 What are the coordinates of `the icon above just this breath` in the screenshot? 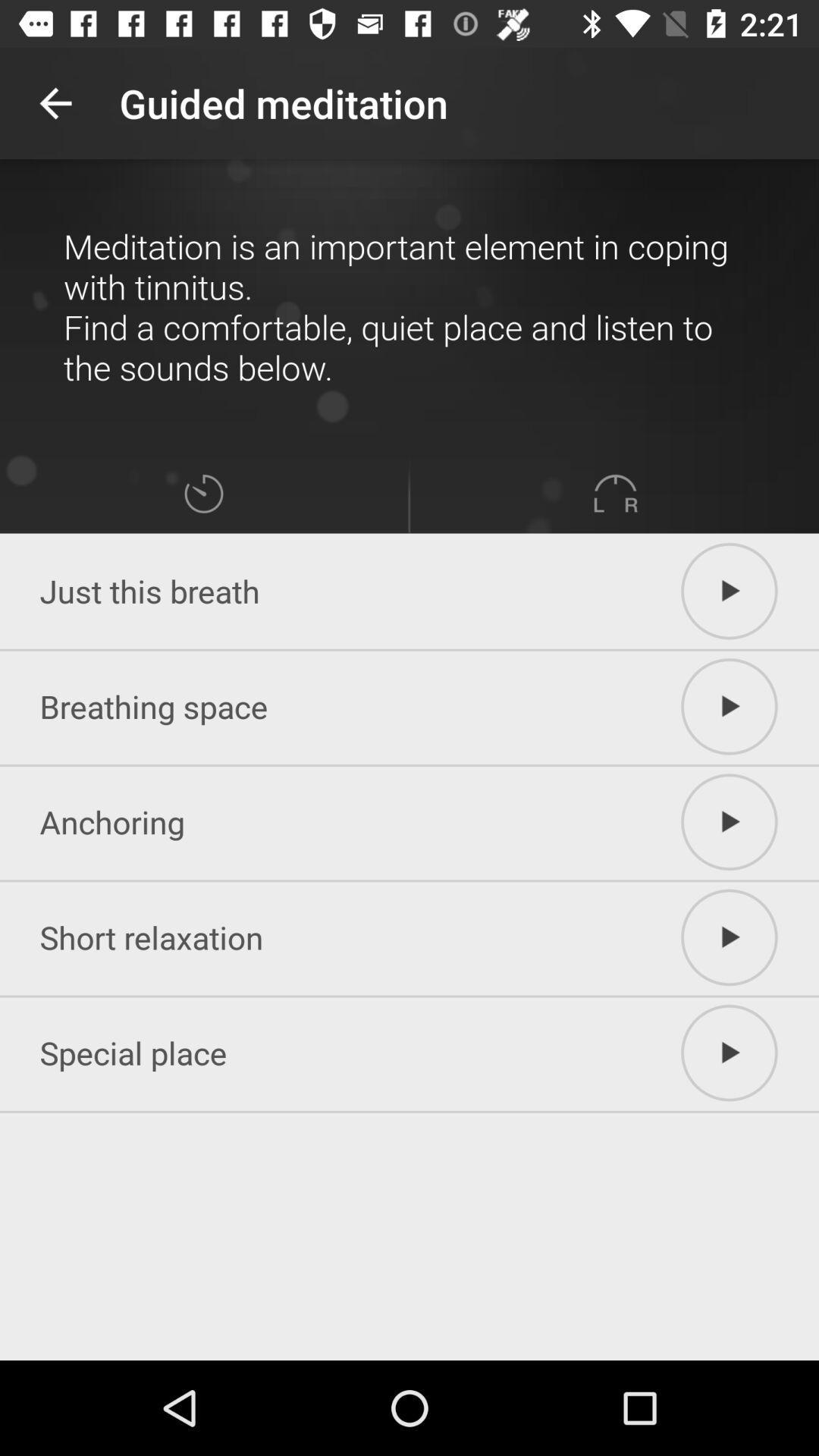 It's located at (202, 494).